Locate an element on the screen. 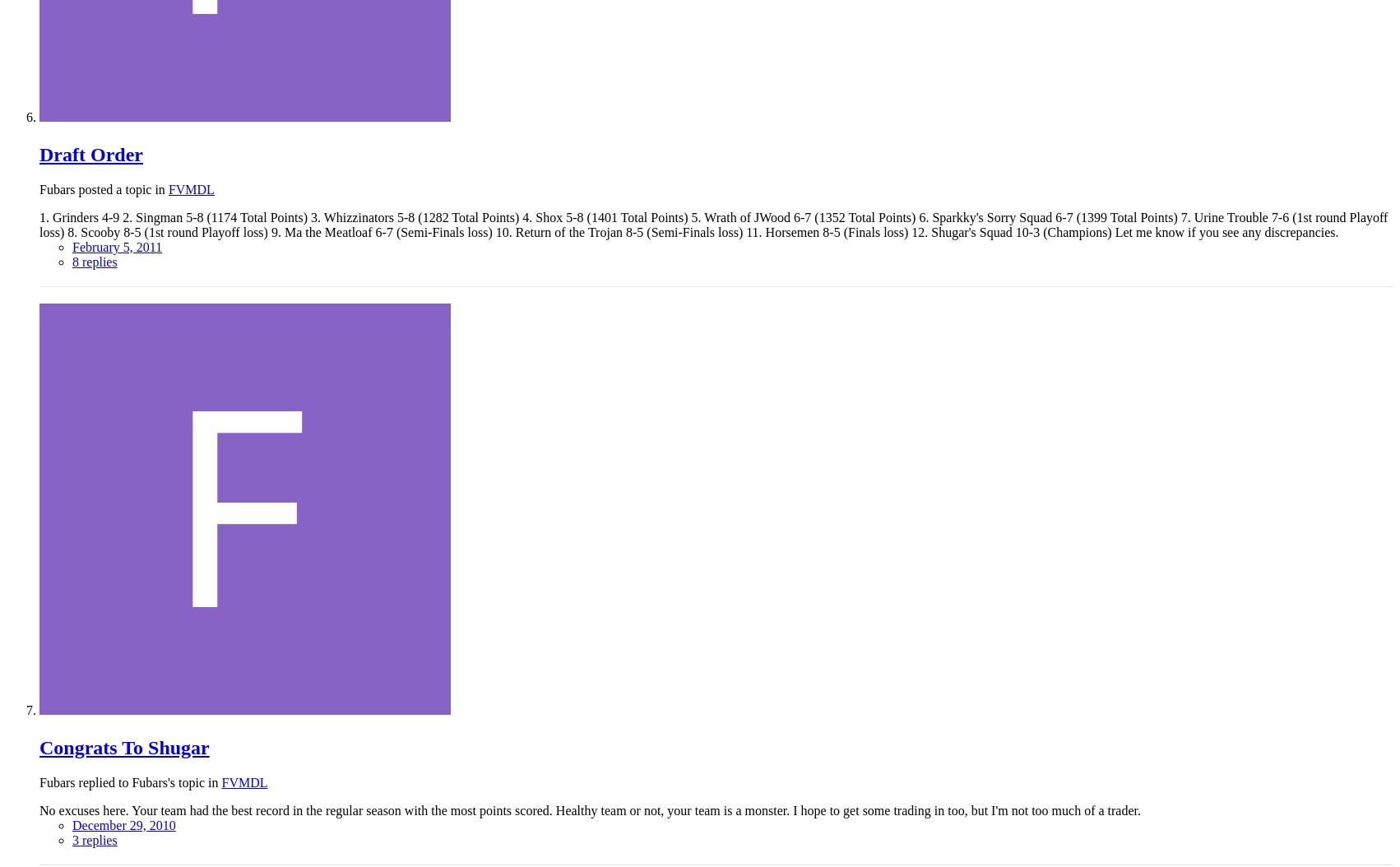 This screenshot has width=1400, height=867. '1. Grinders   4-9 
2. Singman   5-8 (1174 Total Points) 
3. Whizzinators   5-8 (1282 Total Points) 
4. Shox   5-8 (1401 Total Points) 
5. Wrath of JWood   6-7 (1352 Total Points) 
6. Sparkky's Sorry Squad   6-7 (1399 Total Points) 
7. Urine Trouble   7-6 (1st round Playoff loss)  
8. Scooby   8-5 (1st round Playoff loss) 
9. Ma the Meatloaf   6-7 (Semi-Finals loss) 
10. Return of the Trojan   8-5 (Semi-Finals loss) 
11. Horsemen   8-5 (Finals loss) 
12. Shugar's Squad   10-3 (Champions) 
  
Let me know if you see any discrepancies.' is located at coordinates (713, 223).